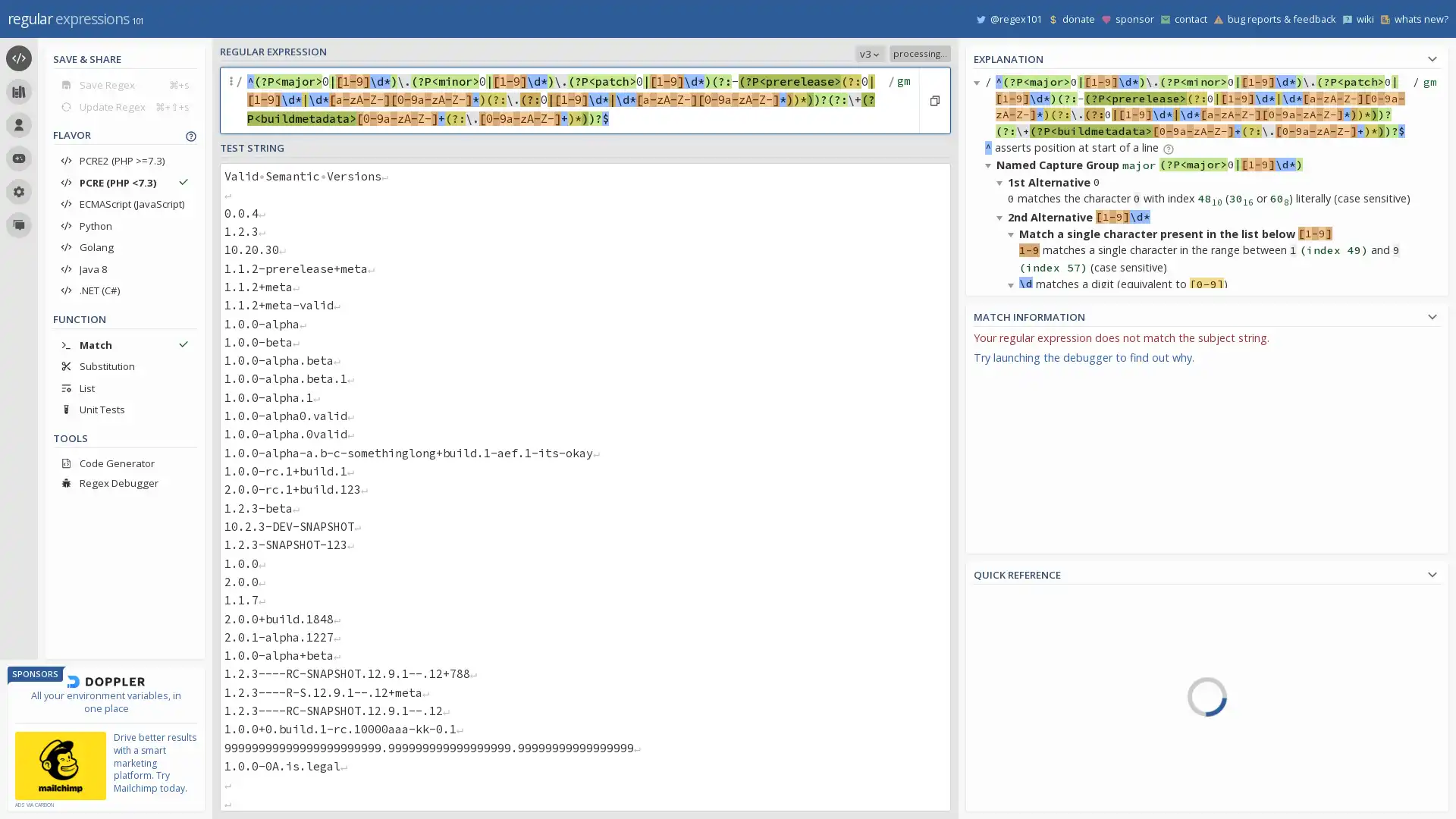  Describe the element at coordinates (1282, 773) in the screenshot. I see `Any non-whitespace character \S` at that location.